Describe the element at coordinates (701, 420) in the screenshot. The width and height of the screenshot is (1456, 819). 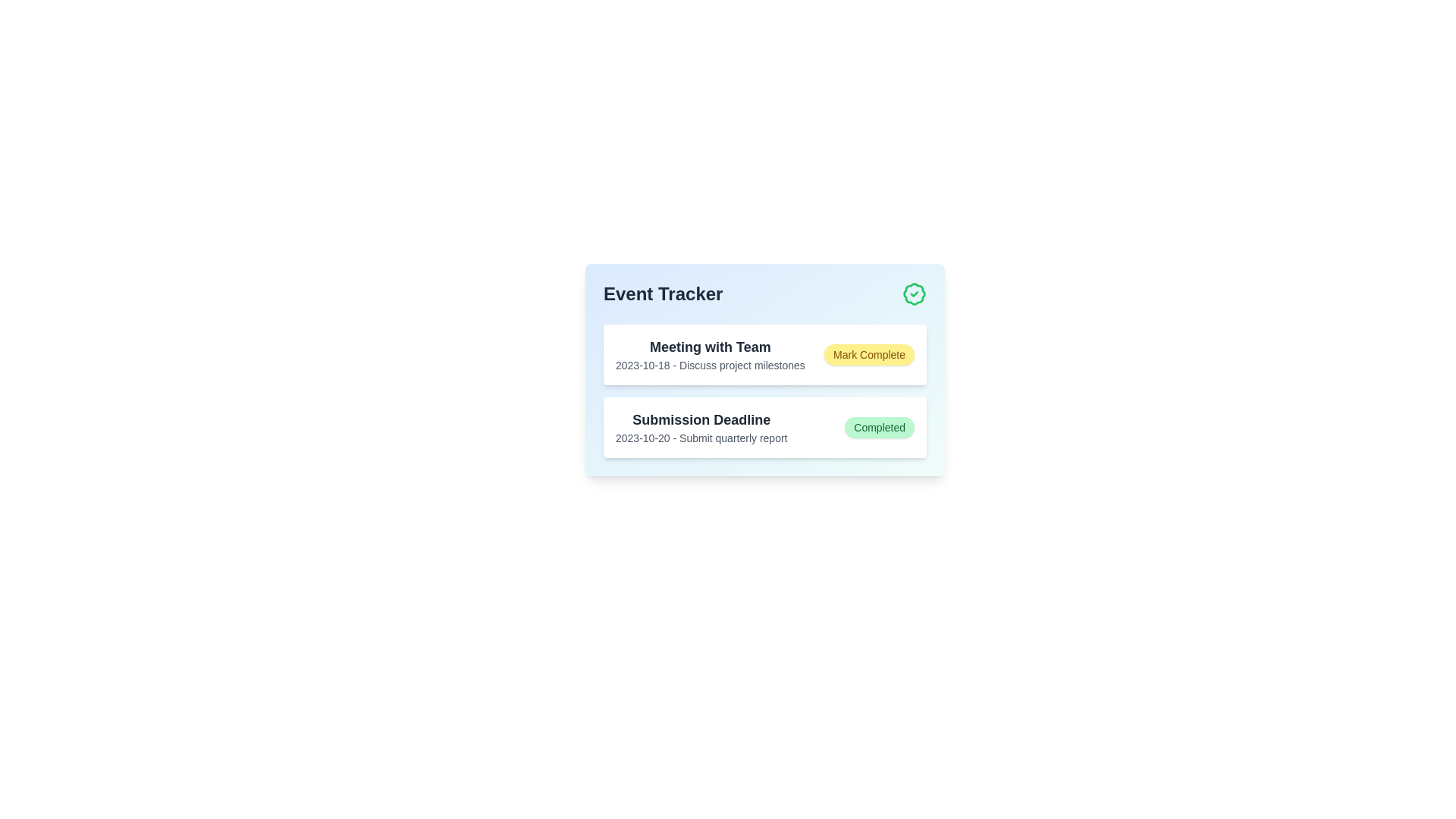
I see `the static text label located at the top of the second panel in the 'Event Tracker' interface, which indicates the subject of the deadline and action details` at that location.